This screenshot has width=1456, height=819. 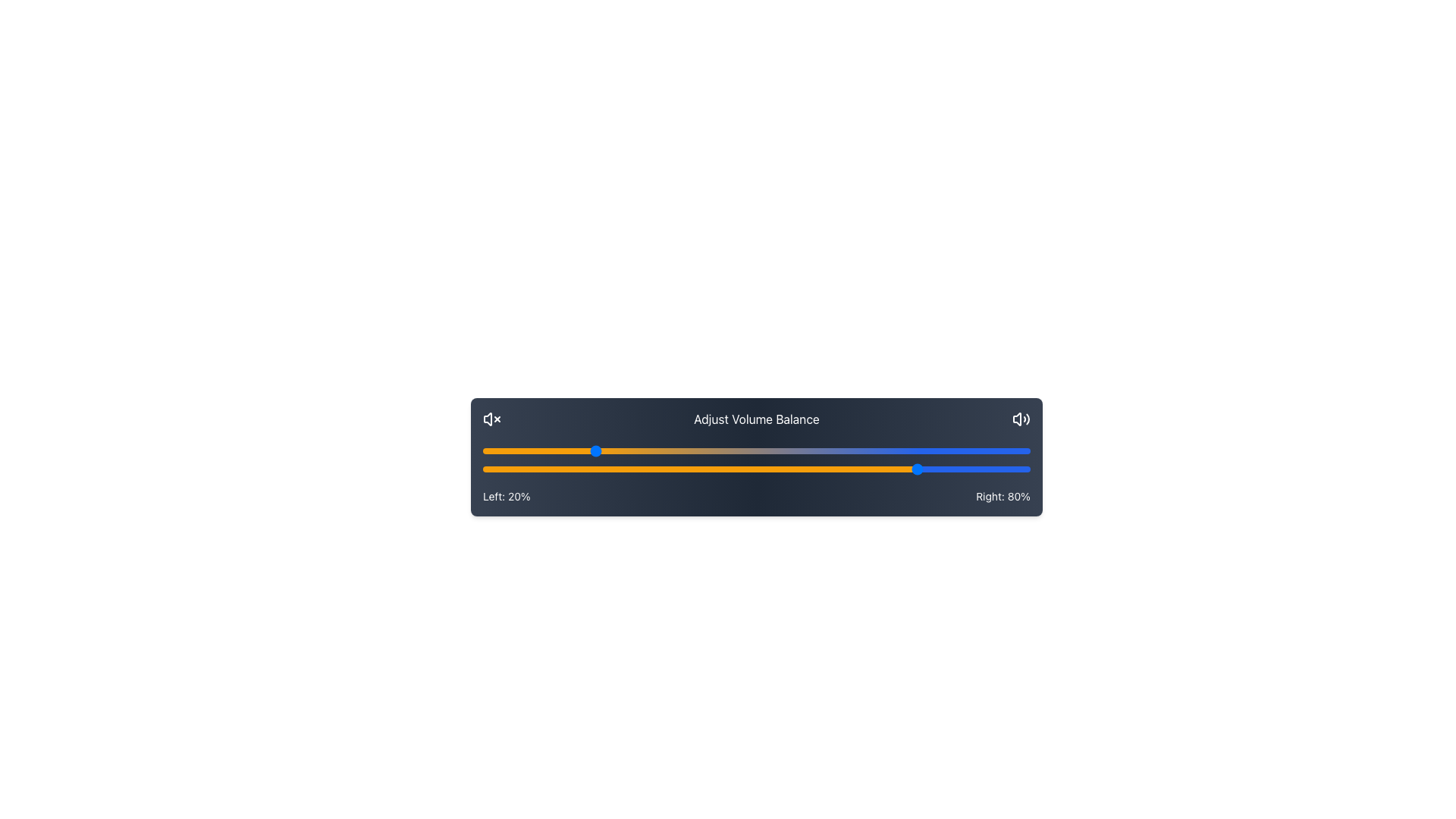 I want to click on the left balance, so click(x=668, y=450).